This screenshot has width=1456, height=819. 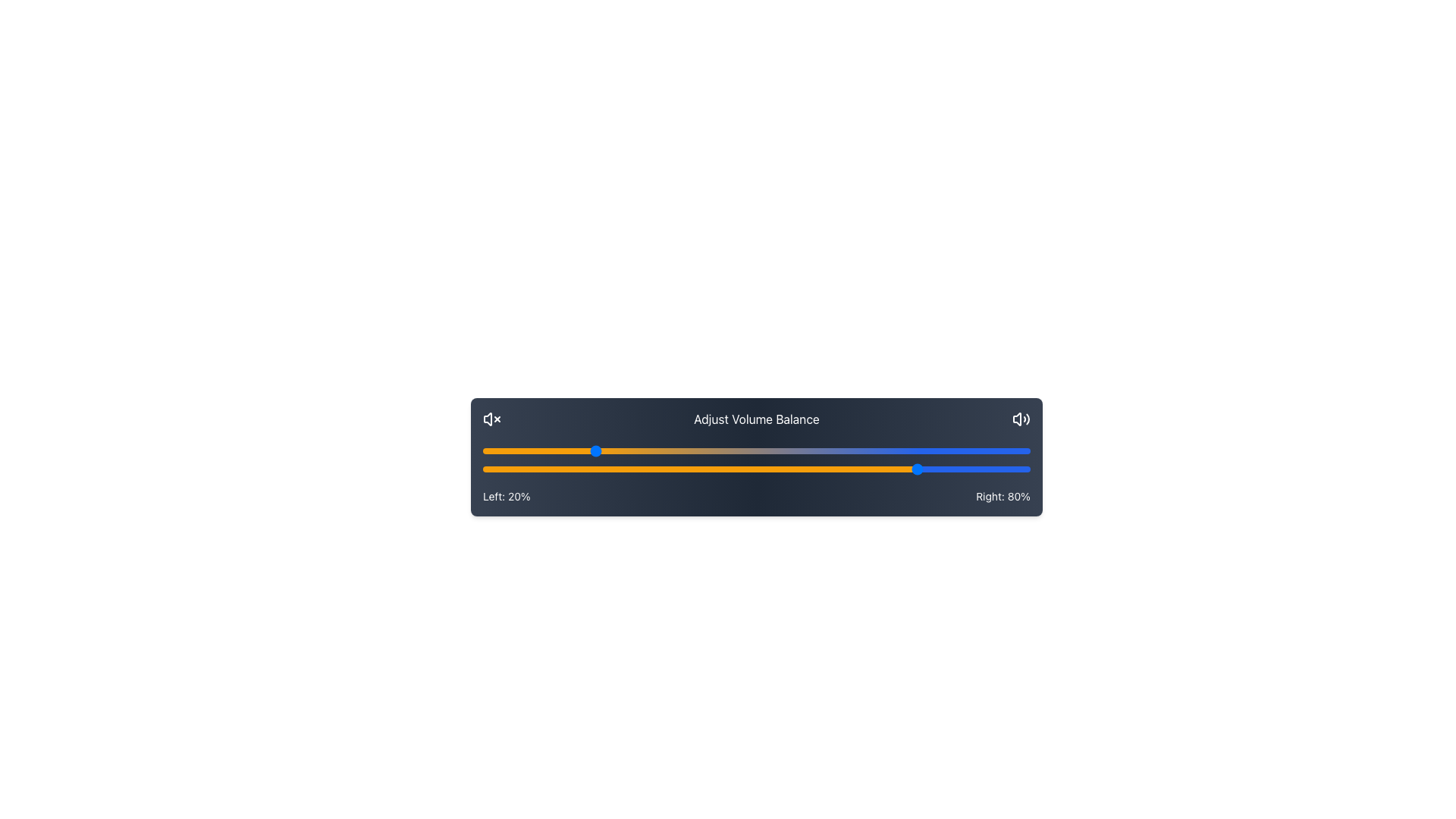 I want to click on the left balance, so click(x=668, y=450).